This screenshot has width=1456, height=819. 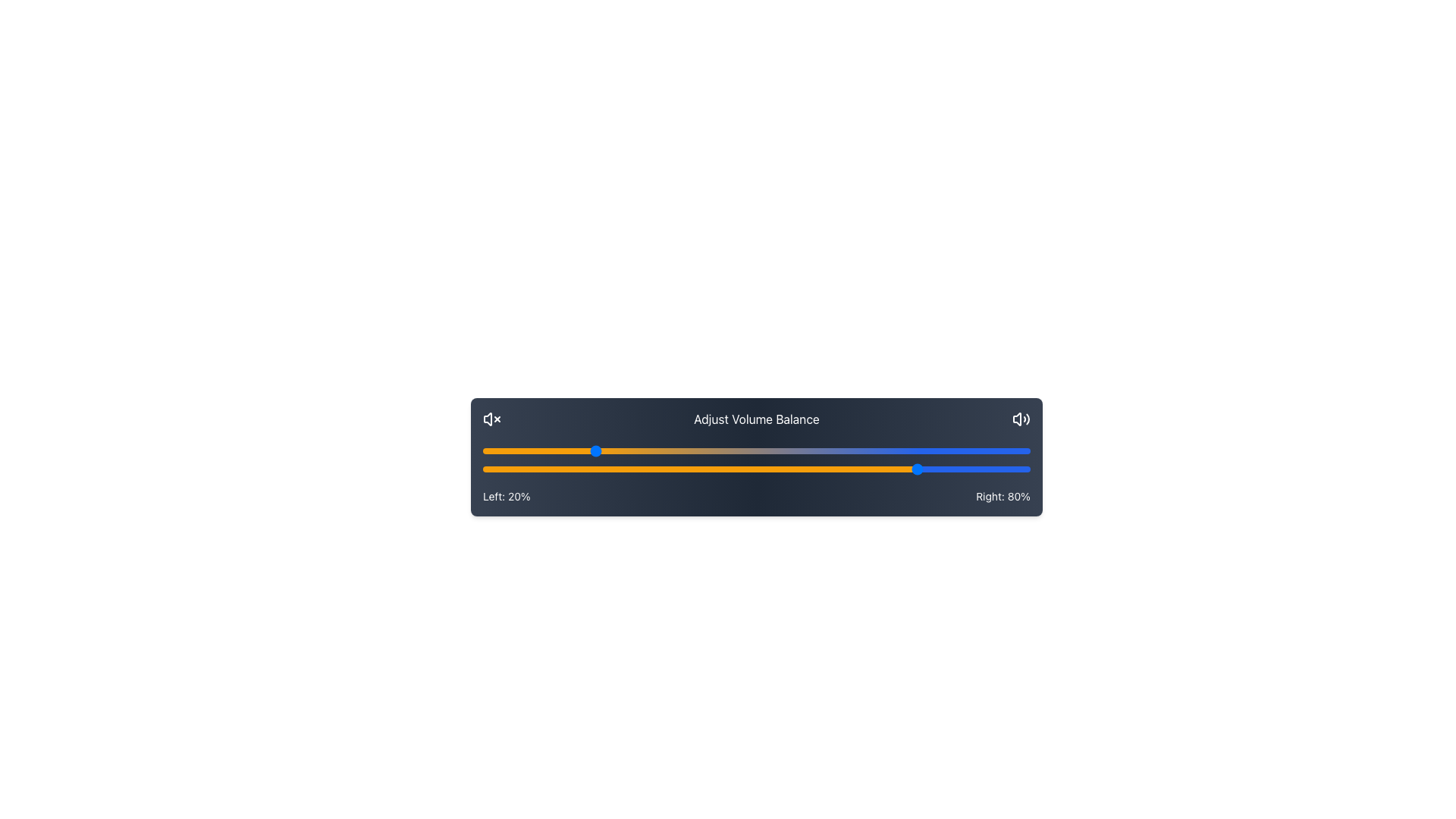 I want to click on the left balance, so click(x=668, y=450).